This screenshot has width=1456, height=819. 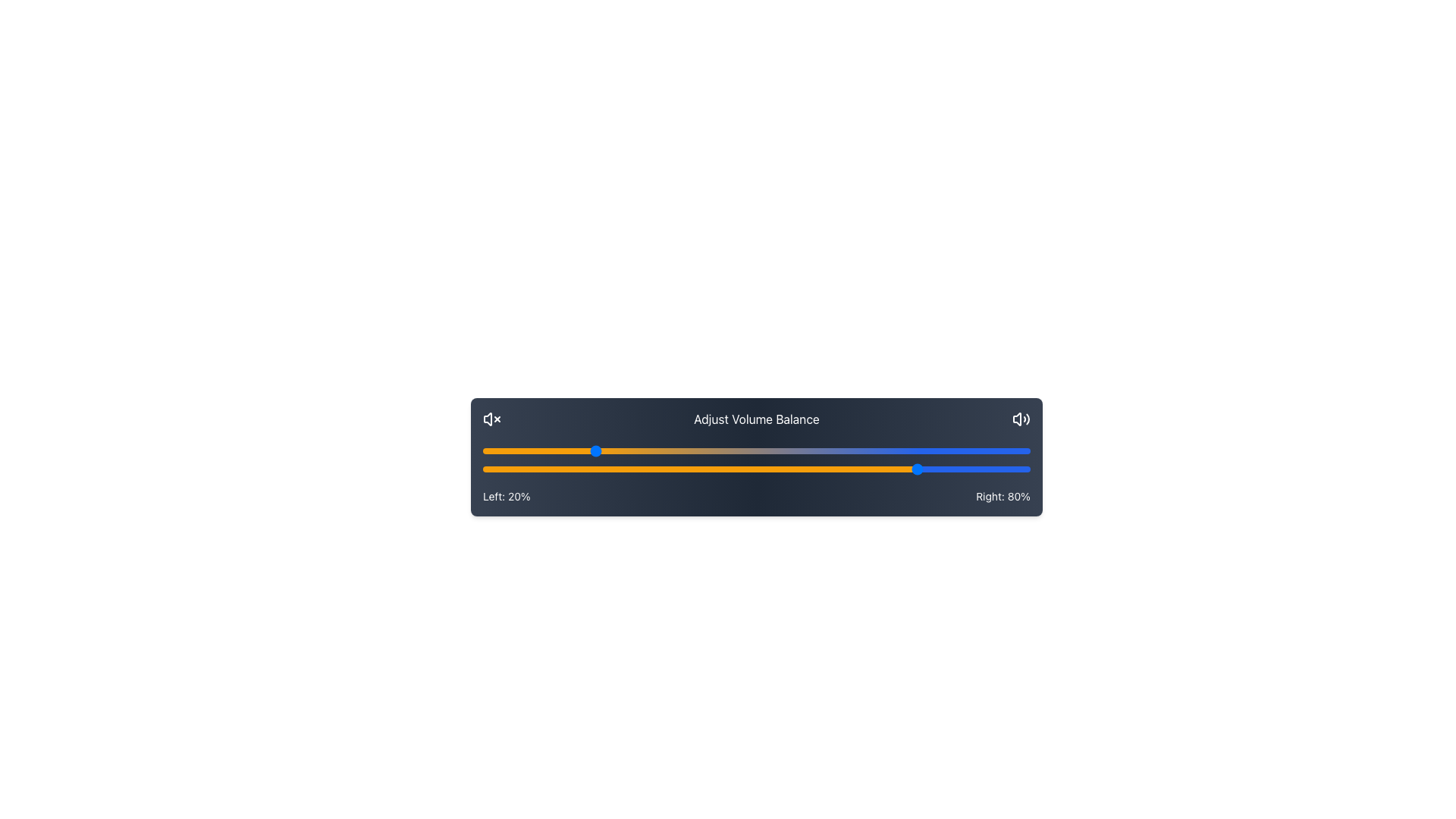 I want to click on the left balance, so click(x=668, y=450).